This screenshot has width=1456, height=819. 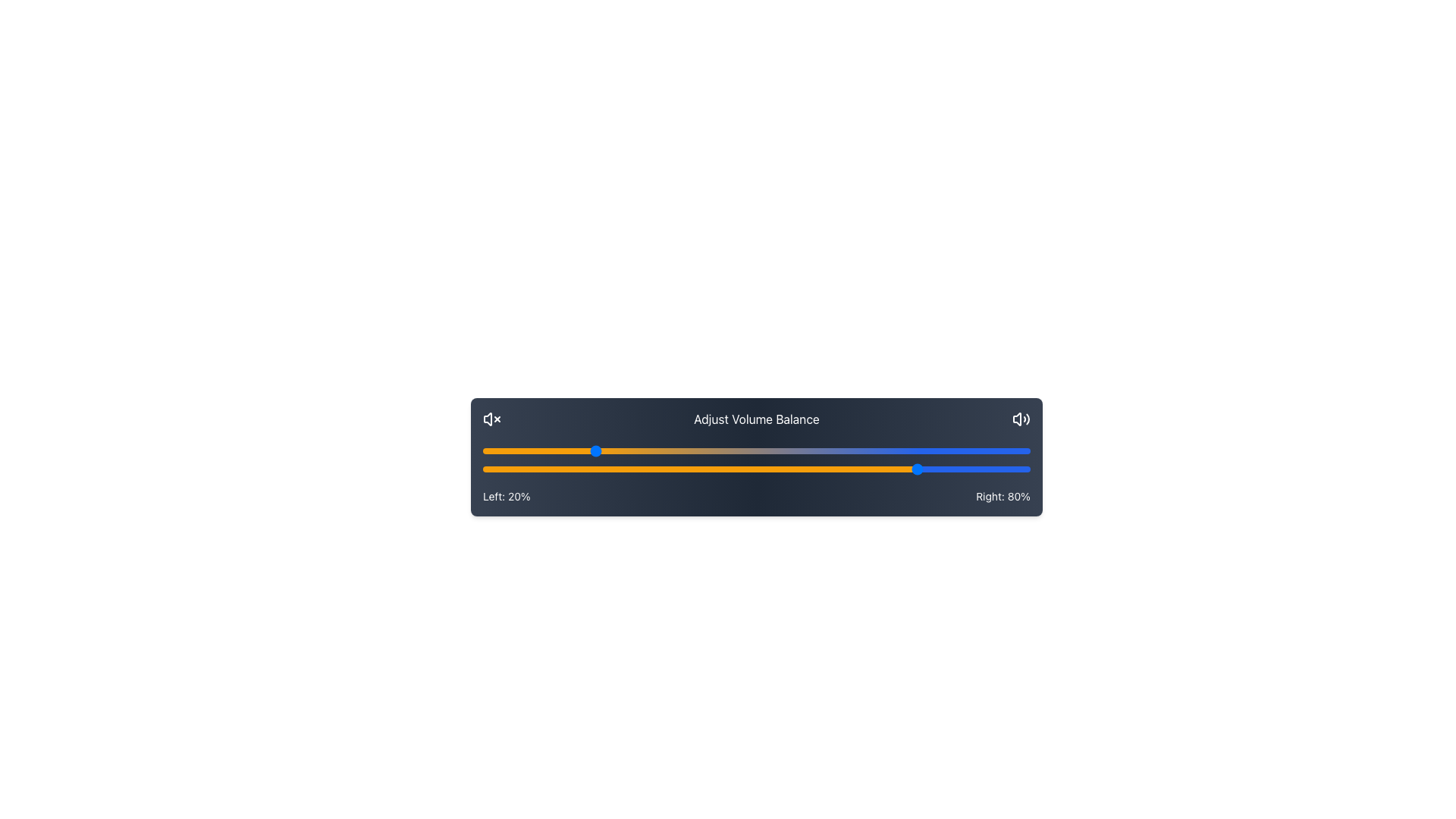 I want to click on the left balance, so click(x=668, y=450).